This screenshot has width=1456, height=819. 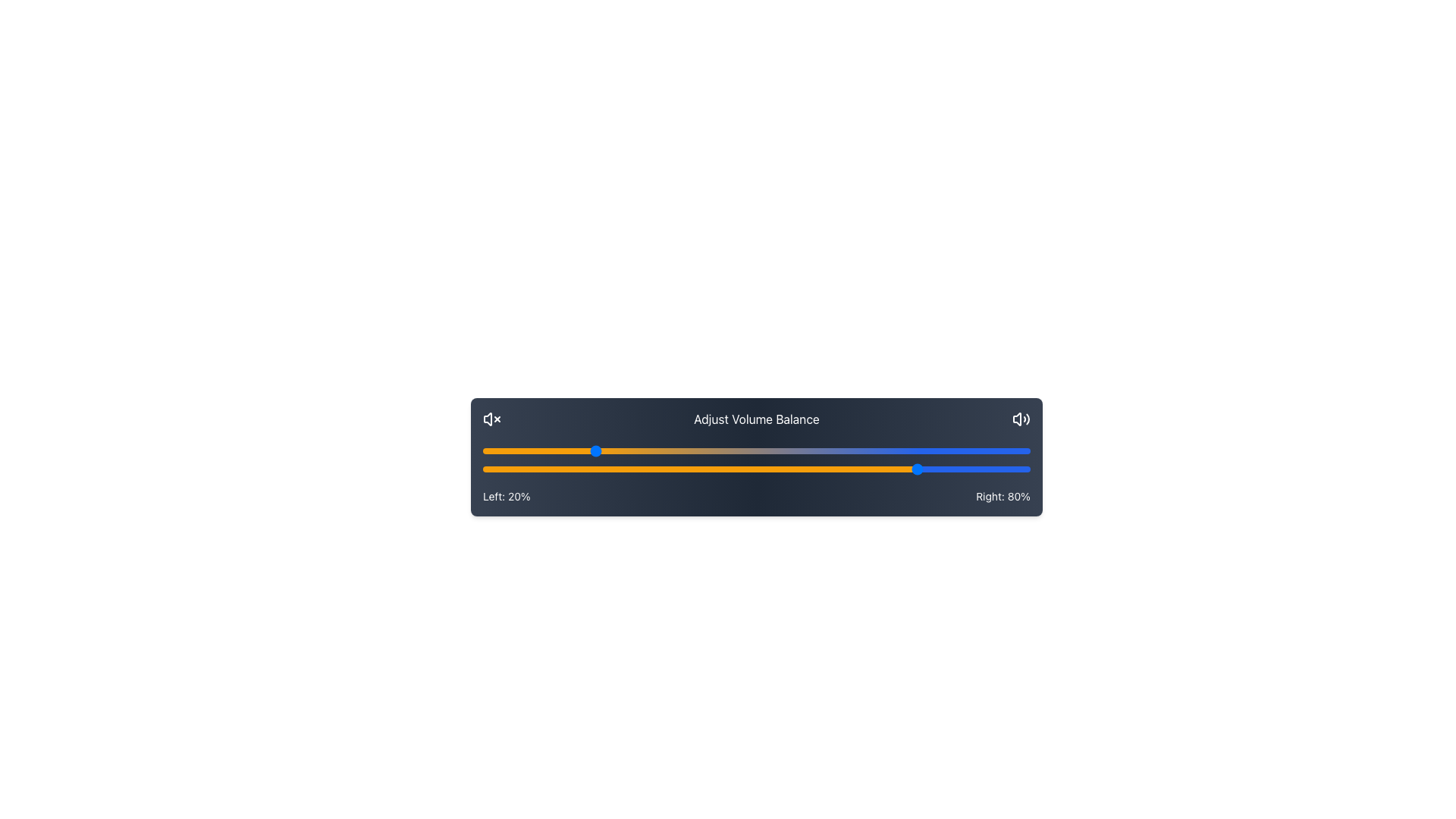 I want to click on the left balance, so click(x=668, y=450).